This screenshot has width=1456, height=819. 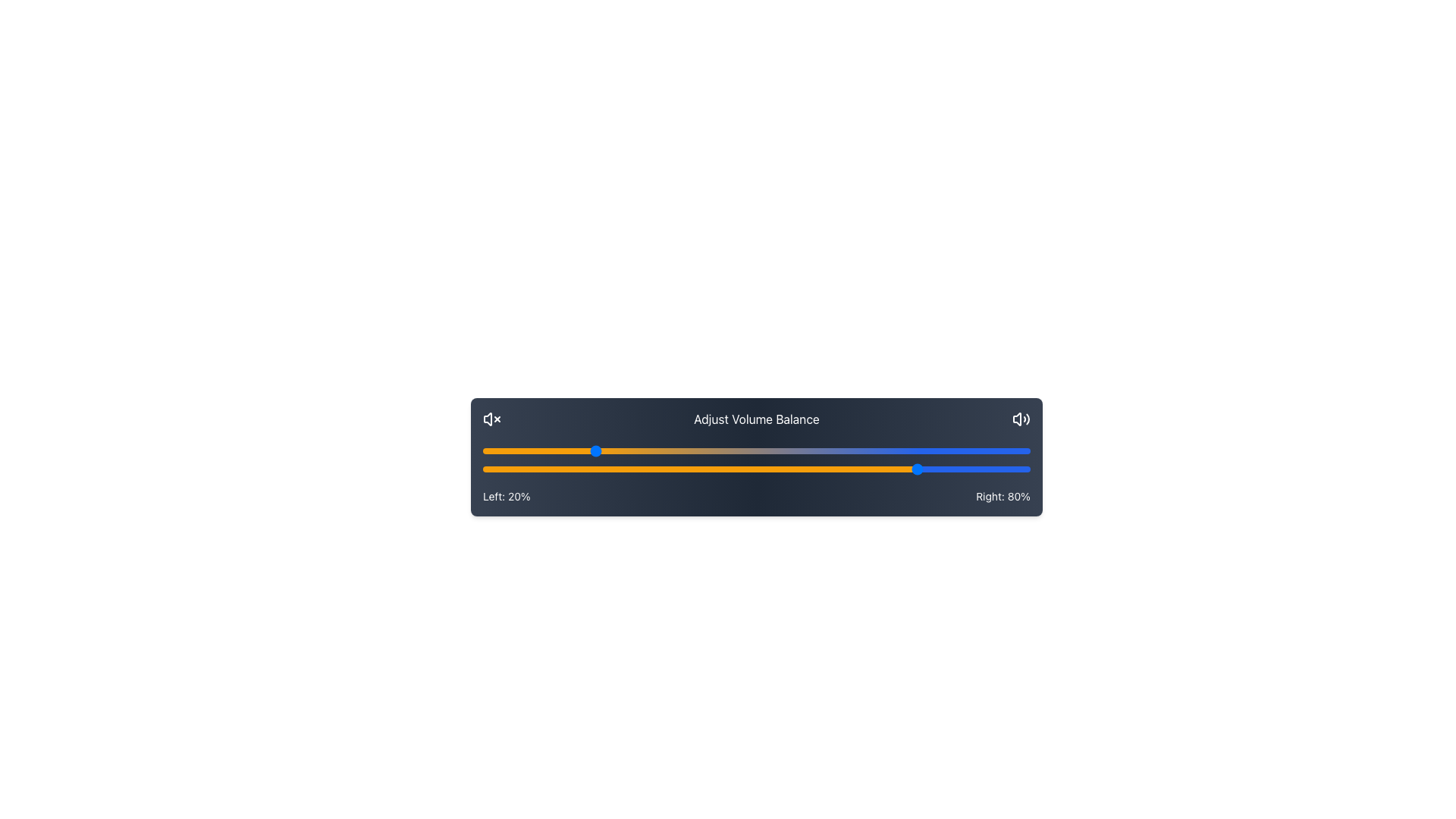 I want to click on the left balance, so click(x=668, y=450).